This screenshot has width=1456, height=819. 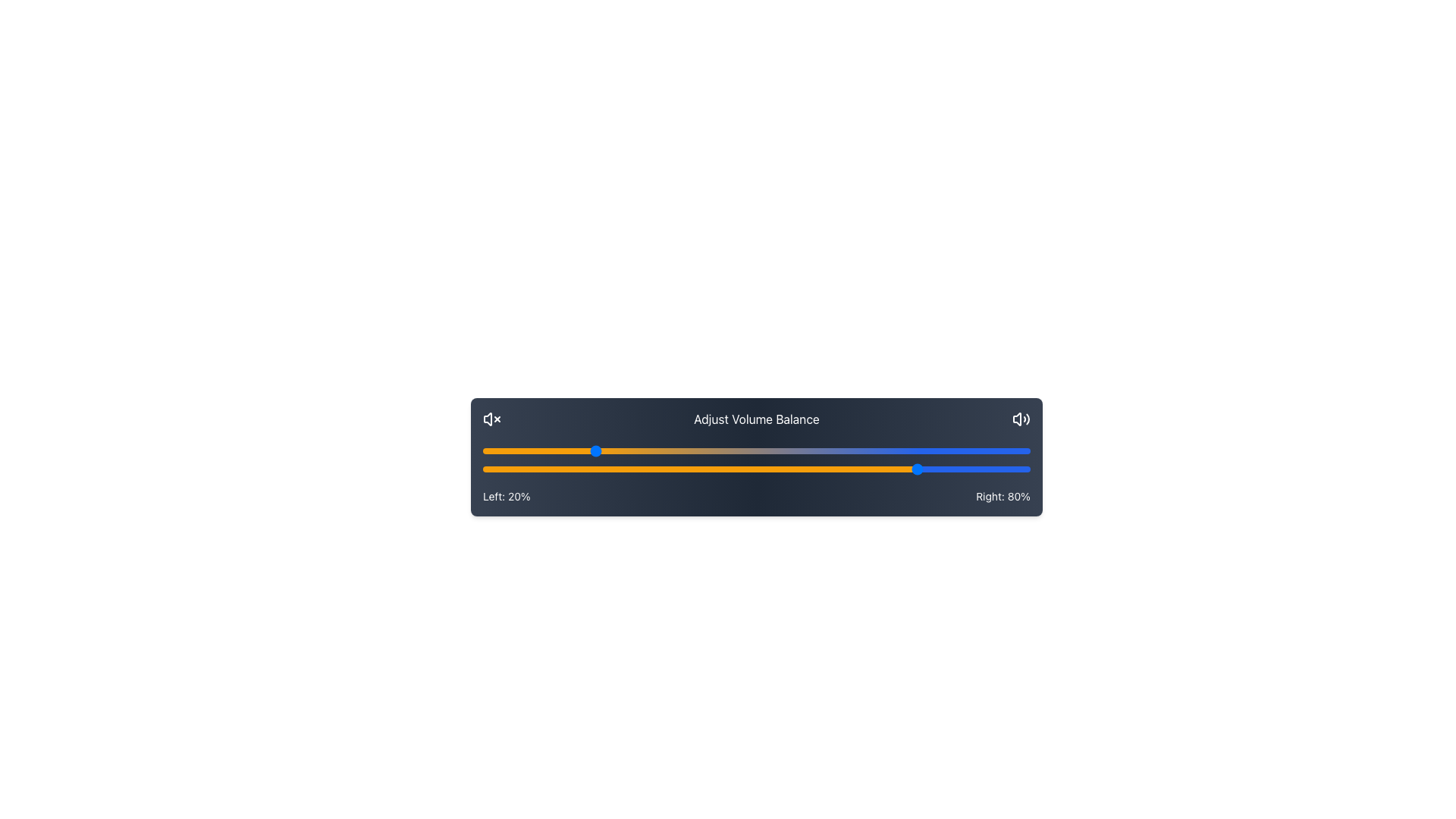 I want to click on the left balance, so click(x=668, y=450).